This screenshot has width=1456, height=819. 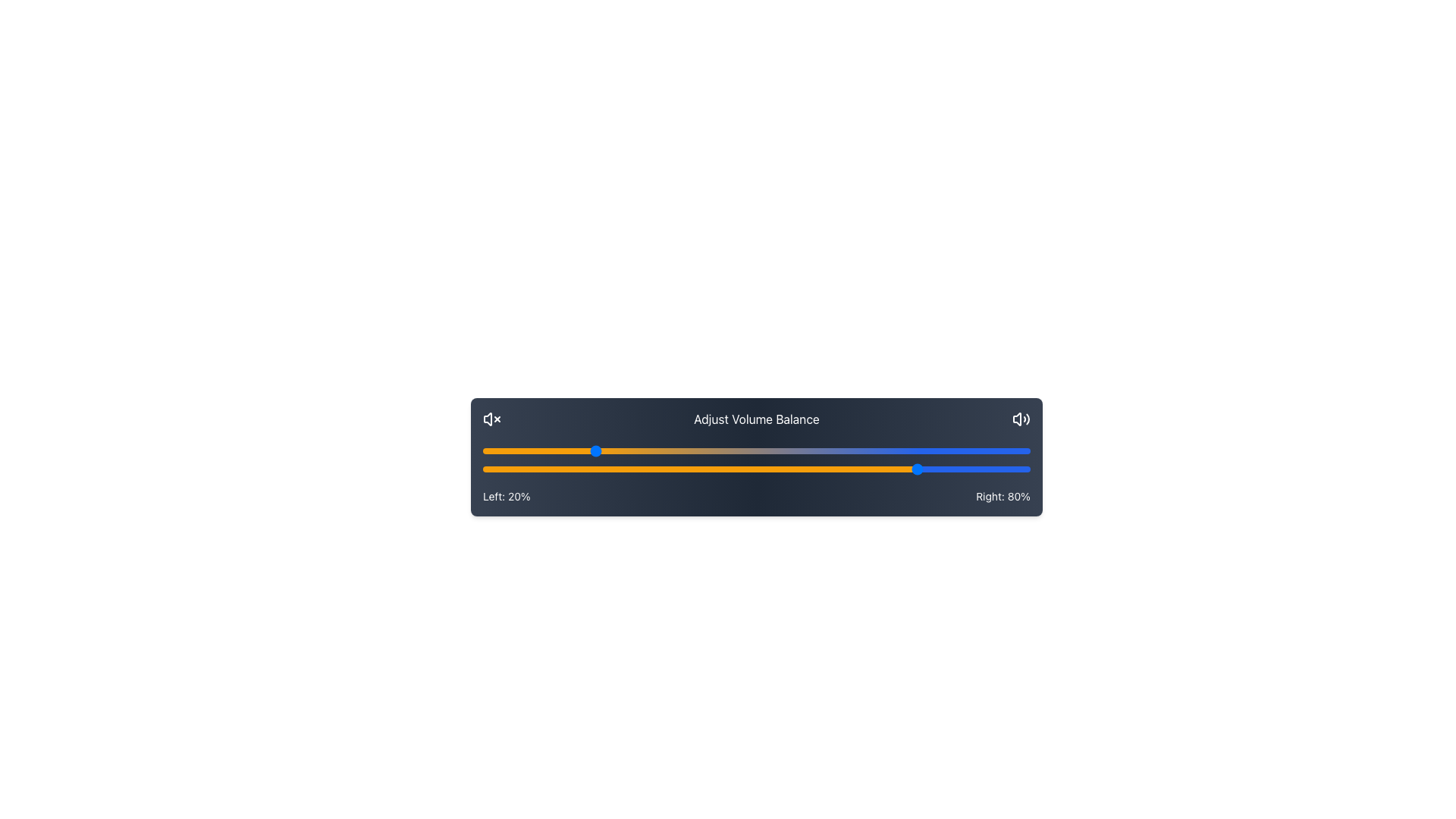 I want to click on the left balance, so click(x=668, y=450).